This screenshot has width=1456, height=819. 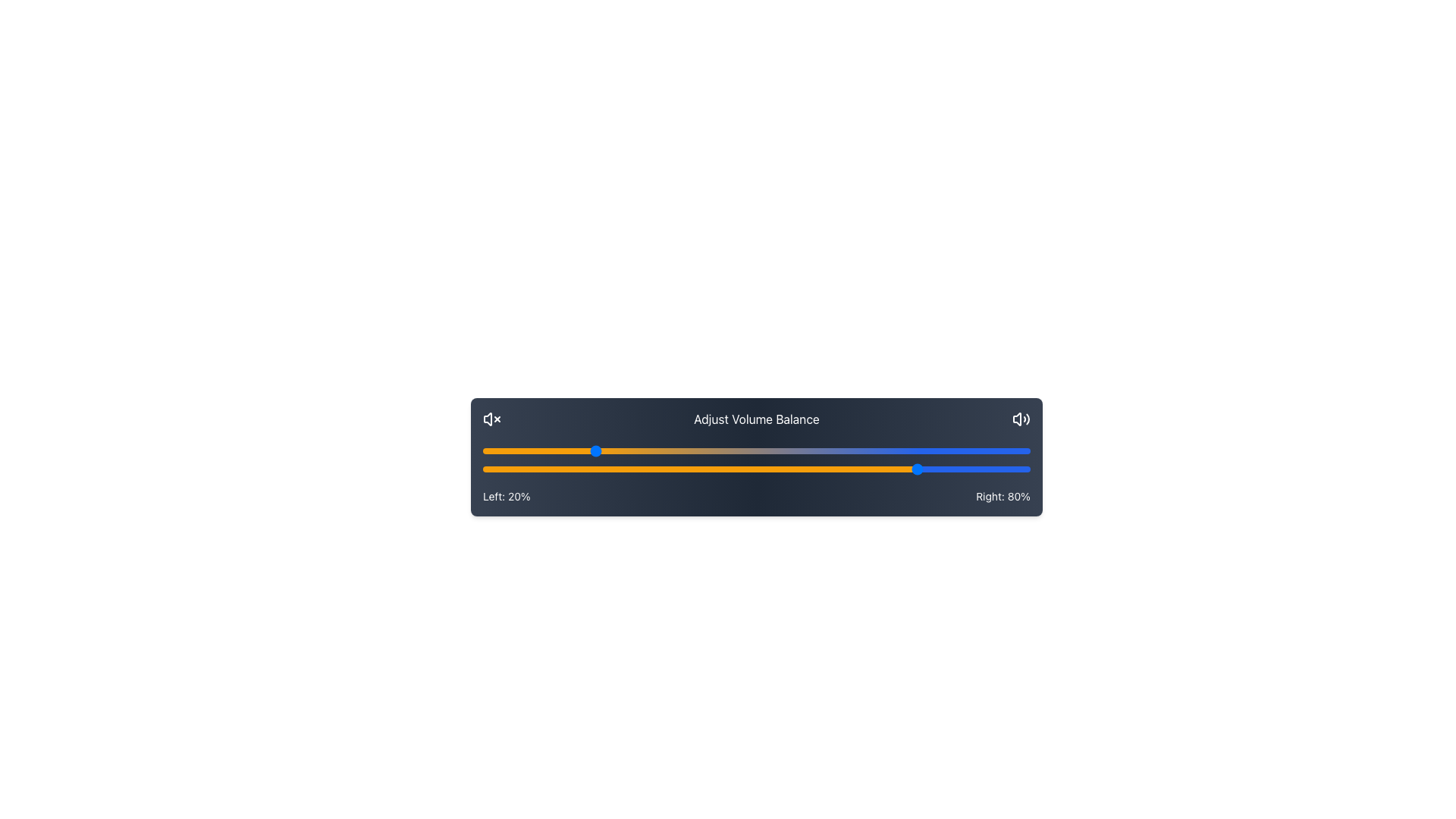 I want to click on the left balance, so click(x=668, y=450).